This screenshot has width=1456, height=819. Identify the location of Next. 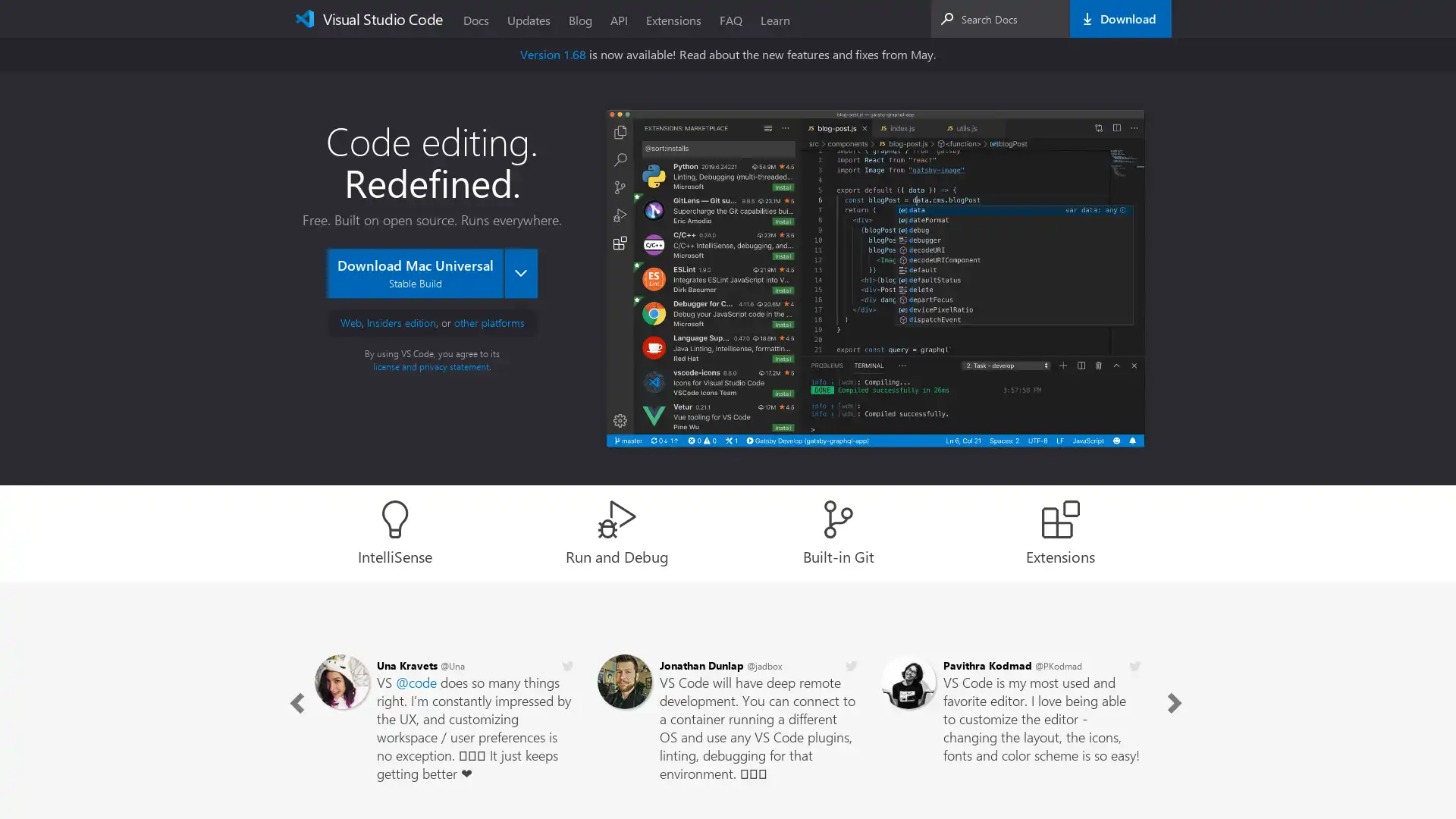
(1138, 717).